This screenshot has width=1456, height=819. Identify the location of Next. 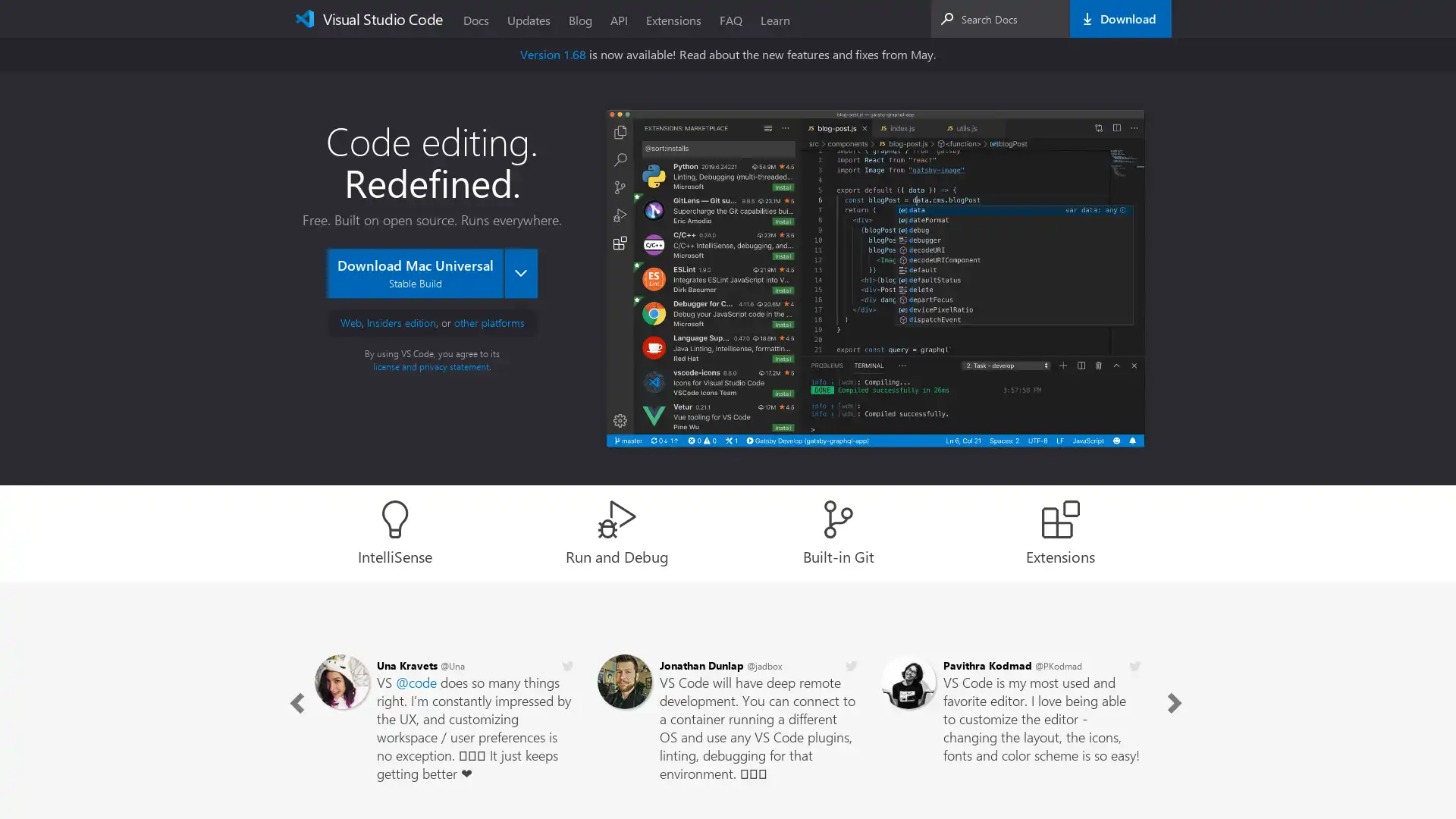
(1138, 717).